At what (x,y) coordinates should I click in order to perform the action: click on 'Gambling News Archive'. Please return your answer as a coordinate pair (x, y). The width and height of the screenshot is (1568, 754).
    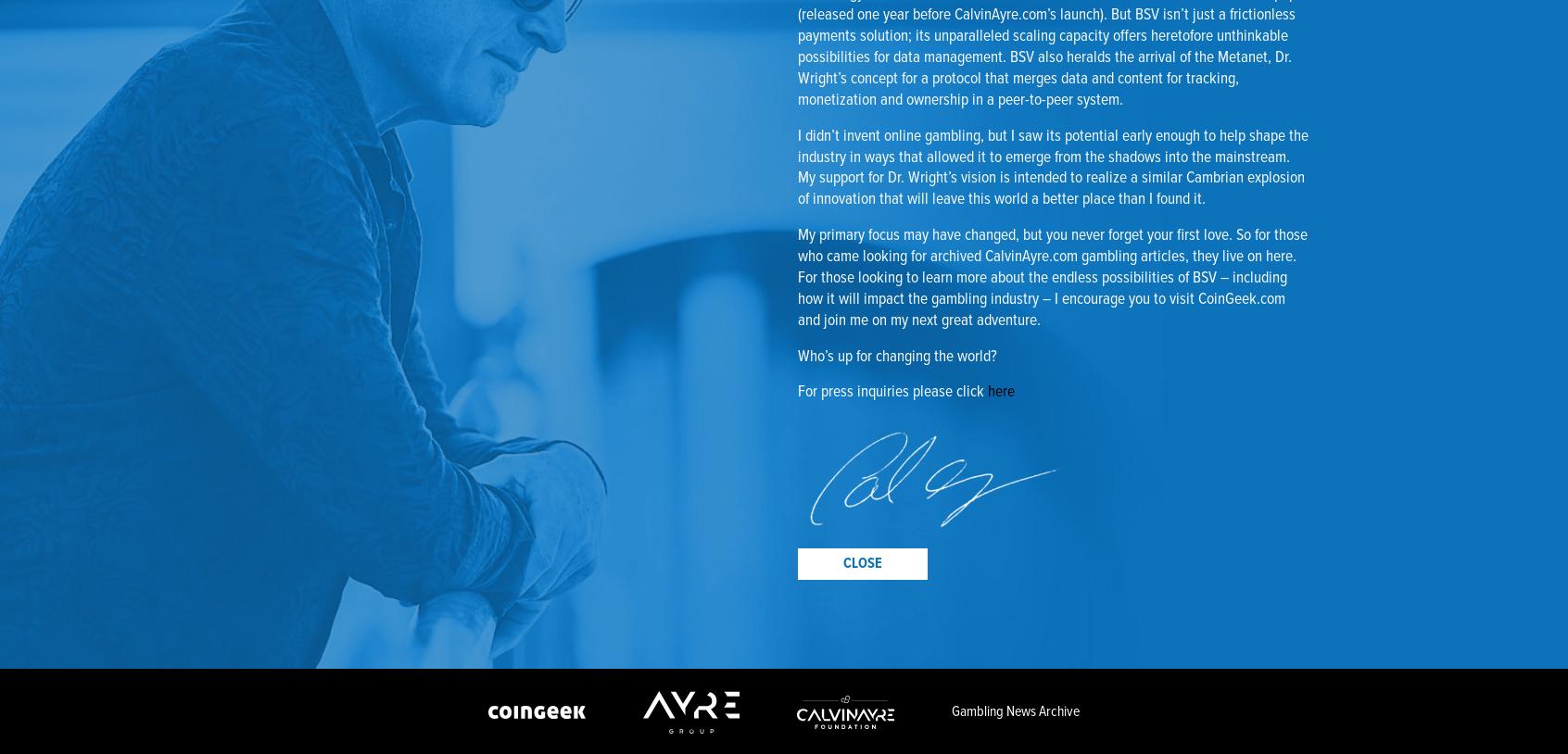
    Looking at the image, I should click on (1016, 710).